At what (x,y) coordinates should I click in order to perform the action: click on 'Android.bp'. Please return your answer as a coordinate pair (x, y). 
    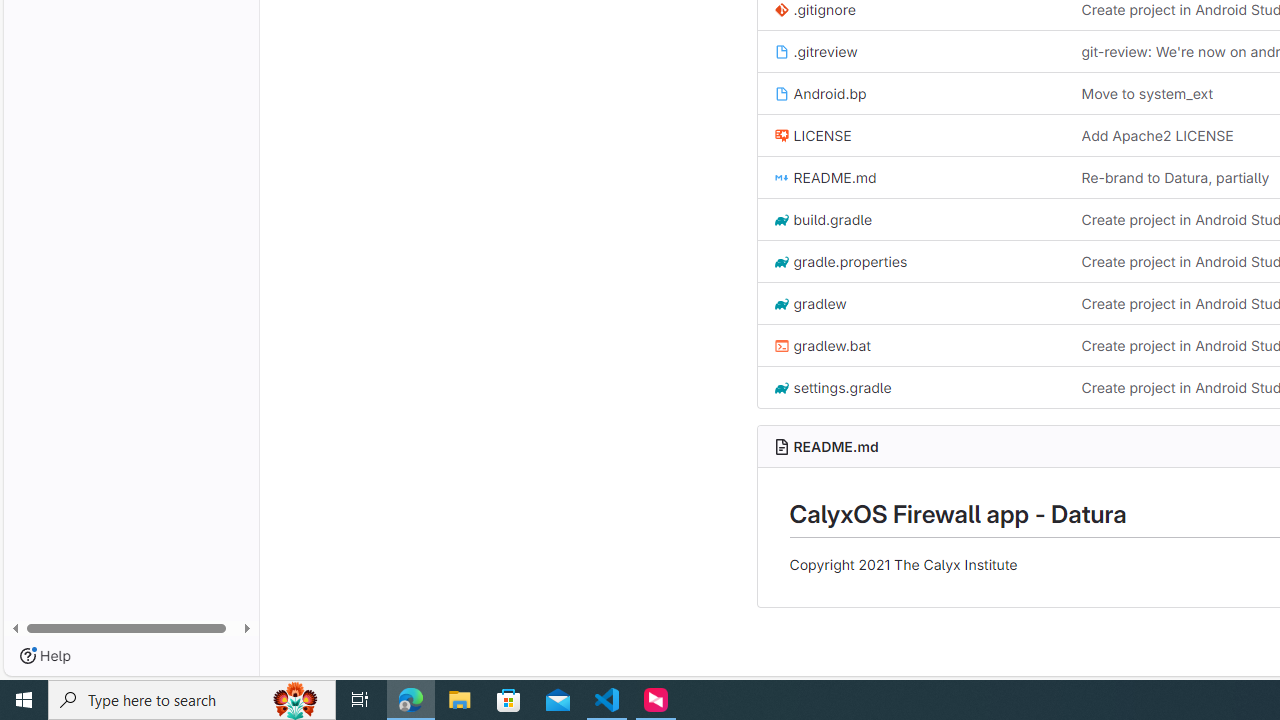
    Looking at the image, I should click on (819, 93).